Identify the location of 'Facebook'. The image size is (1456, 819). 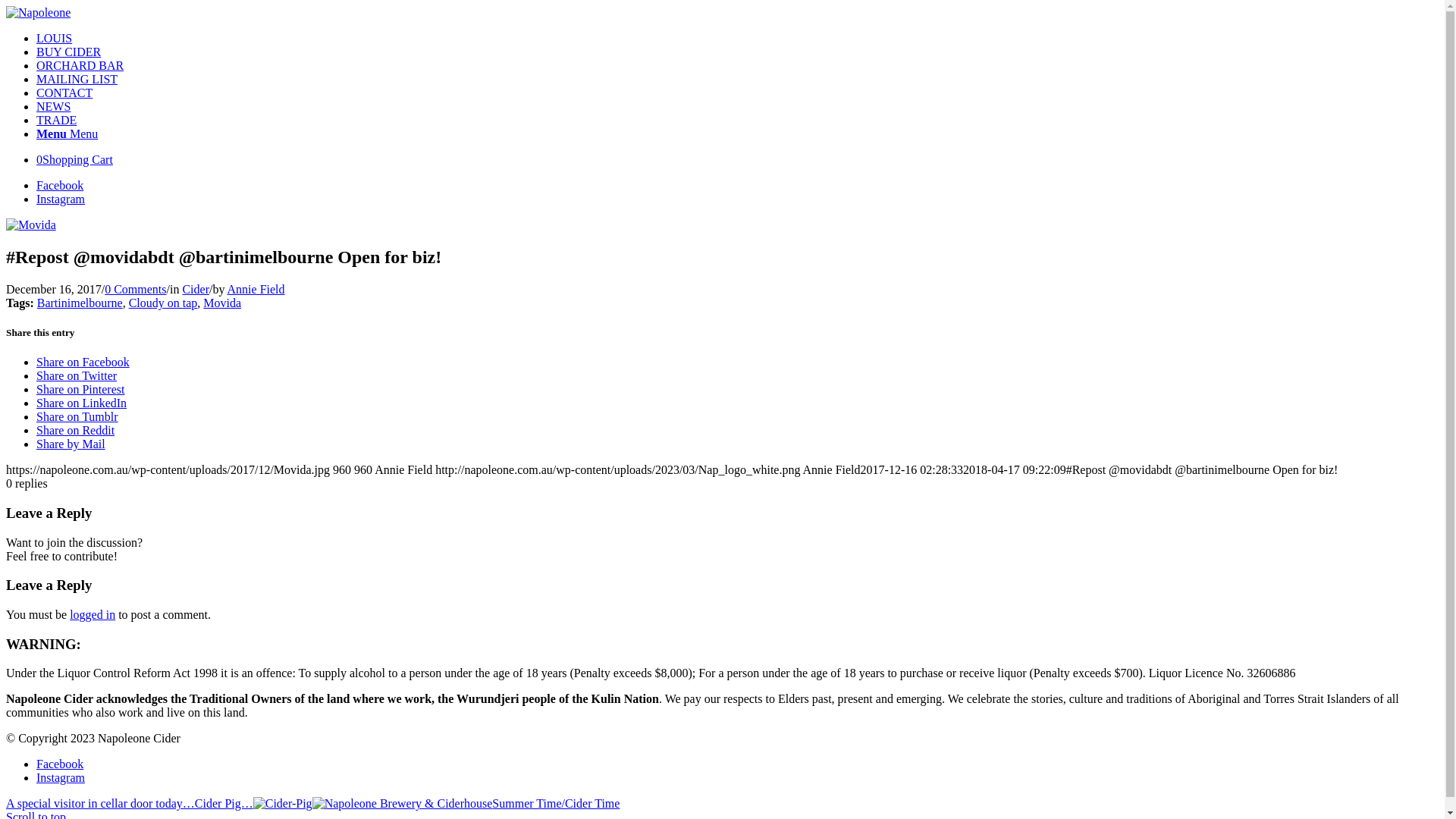
(59, 764).